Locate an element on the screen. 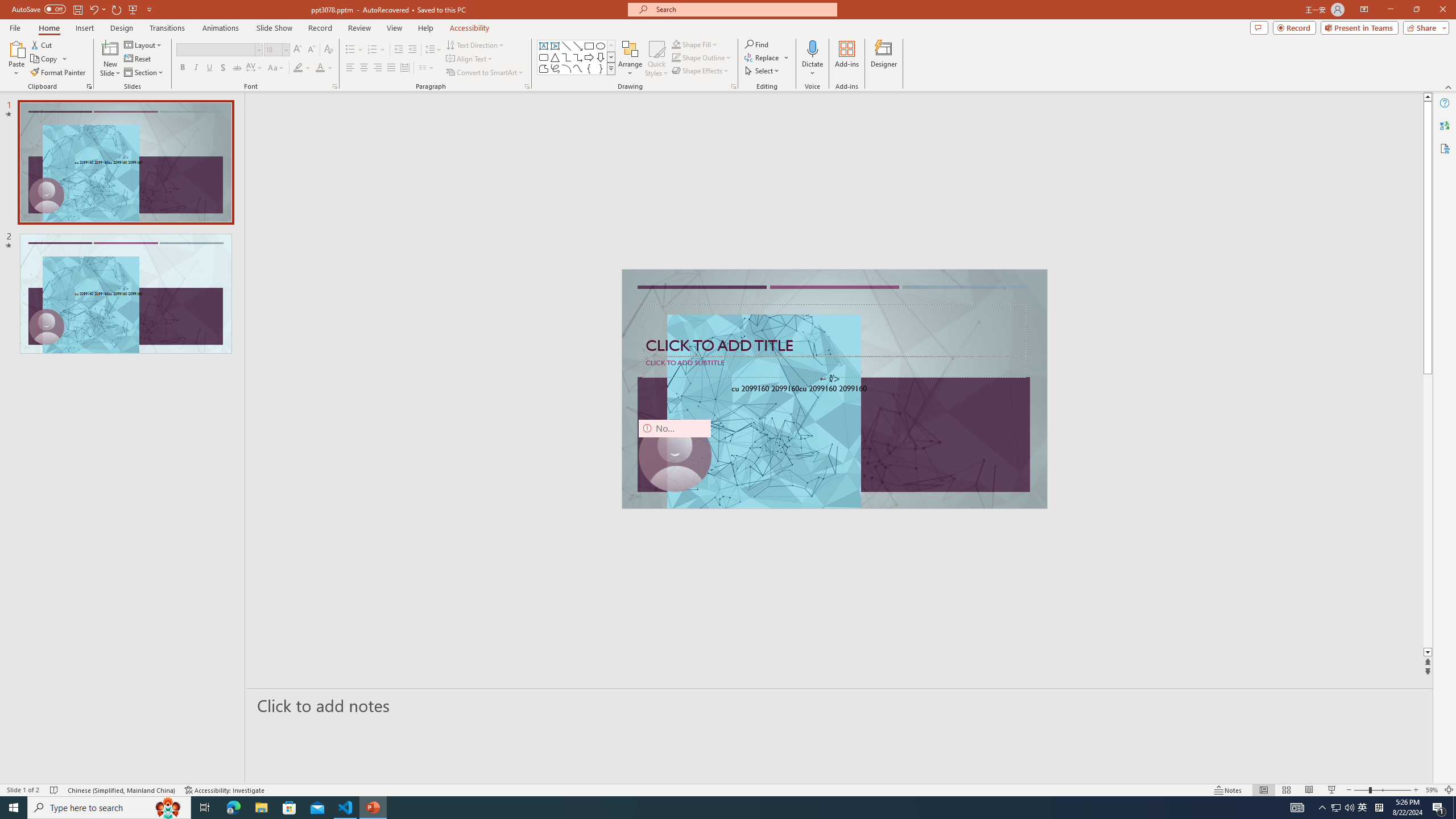 Image resolution: width=1456 pixels, height=819 pixels. 'Select' is located at coordinates (763, 69).